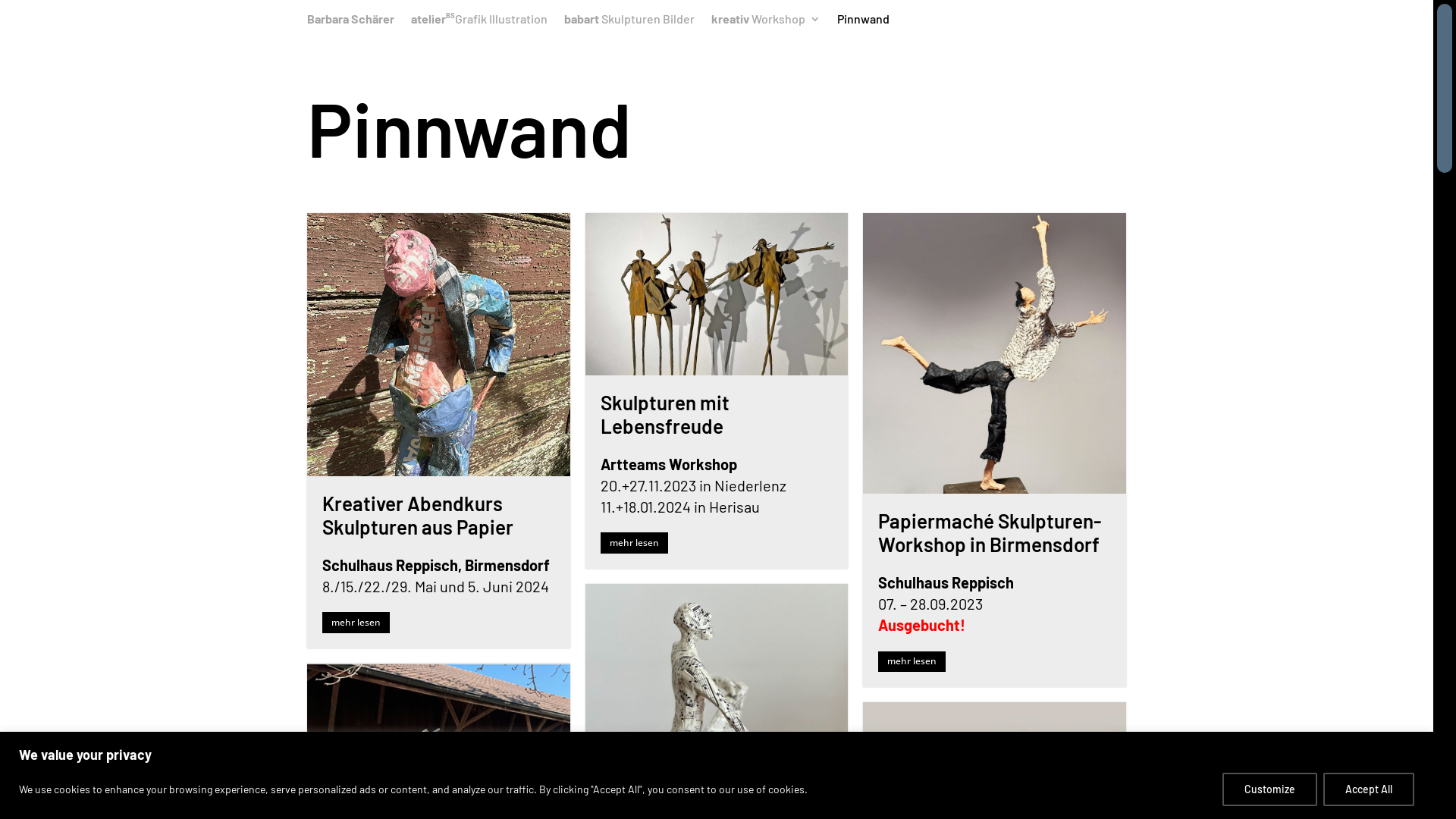 The image size is (1456, 819). What do you see at coordinates (563, 23) in the screenshot?
I see `'babart Skulpturen Bilder'` at bounding box center [563, 23].